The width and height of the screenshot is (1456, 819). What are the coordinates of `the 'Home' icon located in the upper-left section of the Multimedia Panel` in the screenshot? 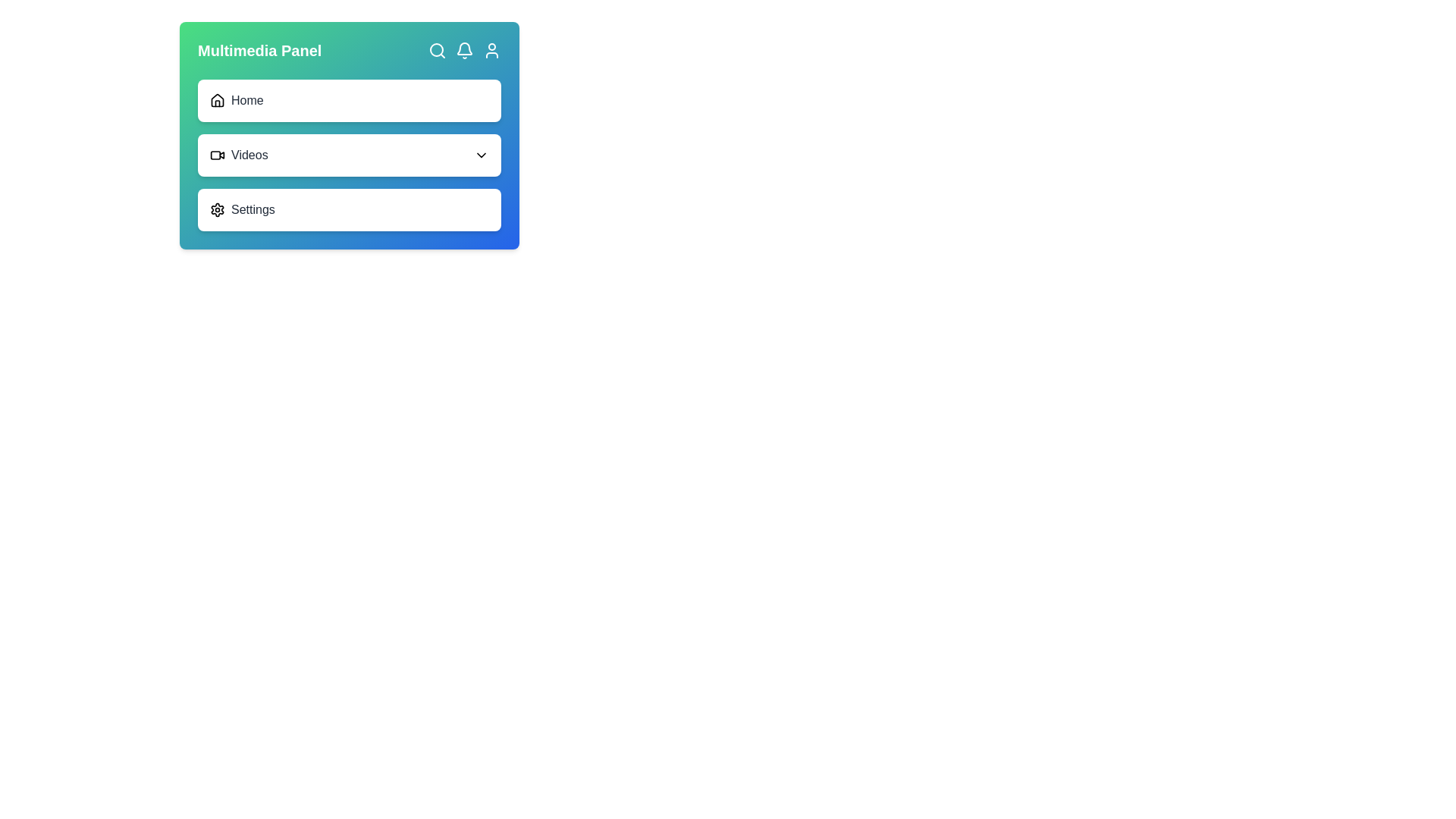 It's located at (217, 100).